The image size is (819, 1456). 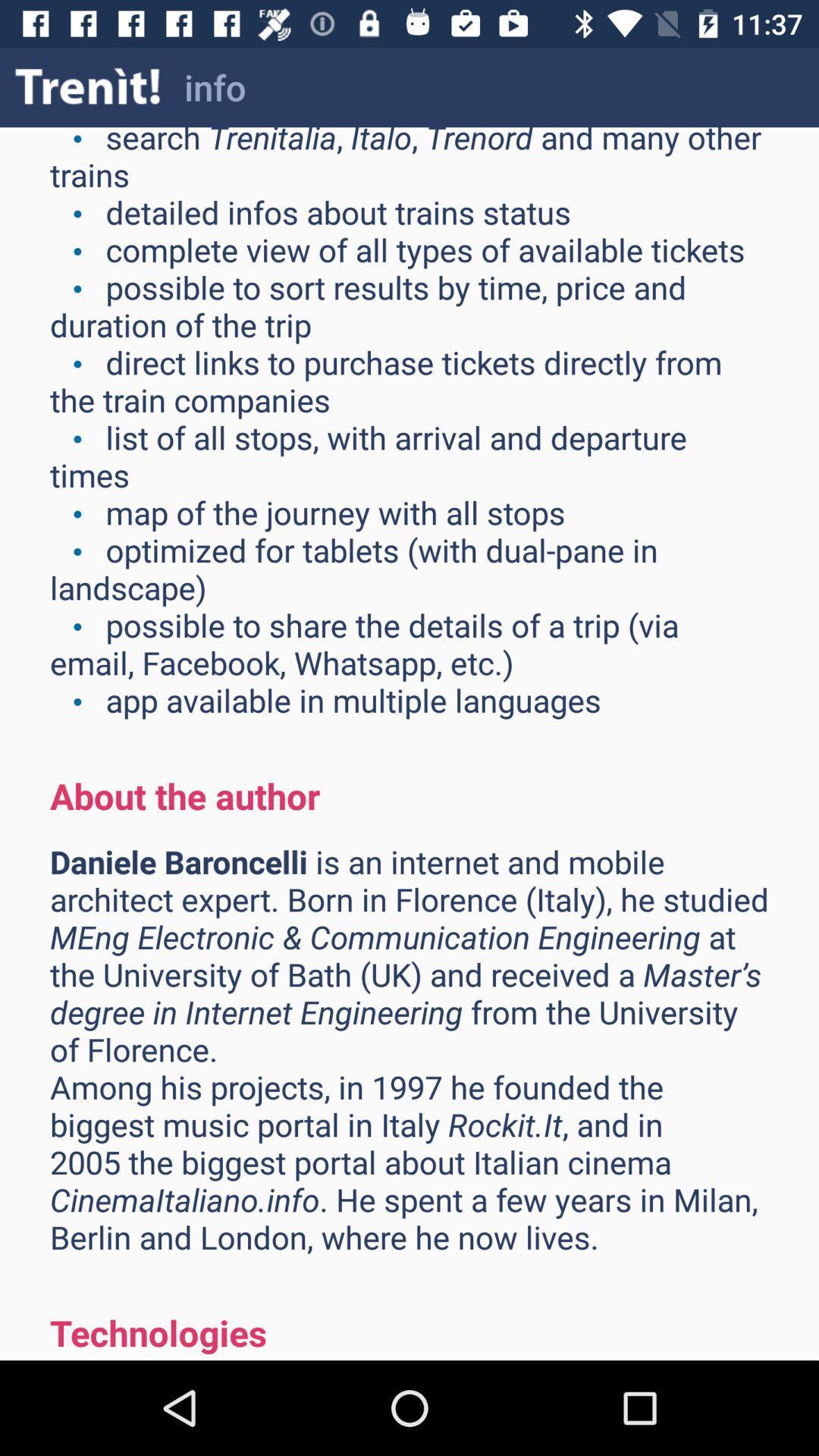 I want to click on icon to the left of info, so click(x=88, y=86).